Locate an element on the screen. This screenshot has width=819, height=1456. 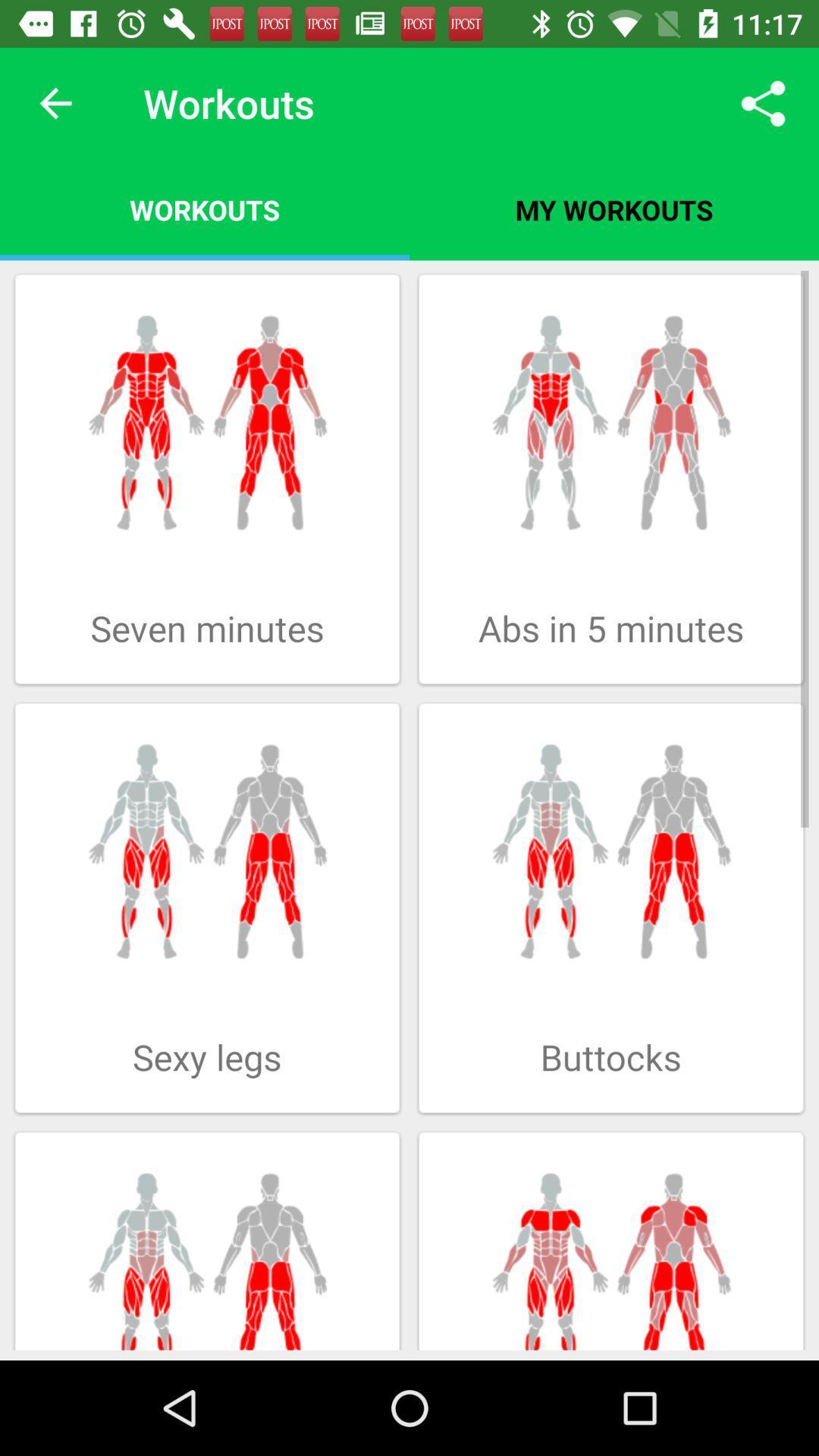
icon above workouts app is located at coordinates (55, 102).